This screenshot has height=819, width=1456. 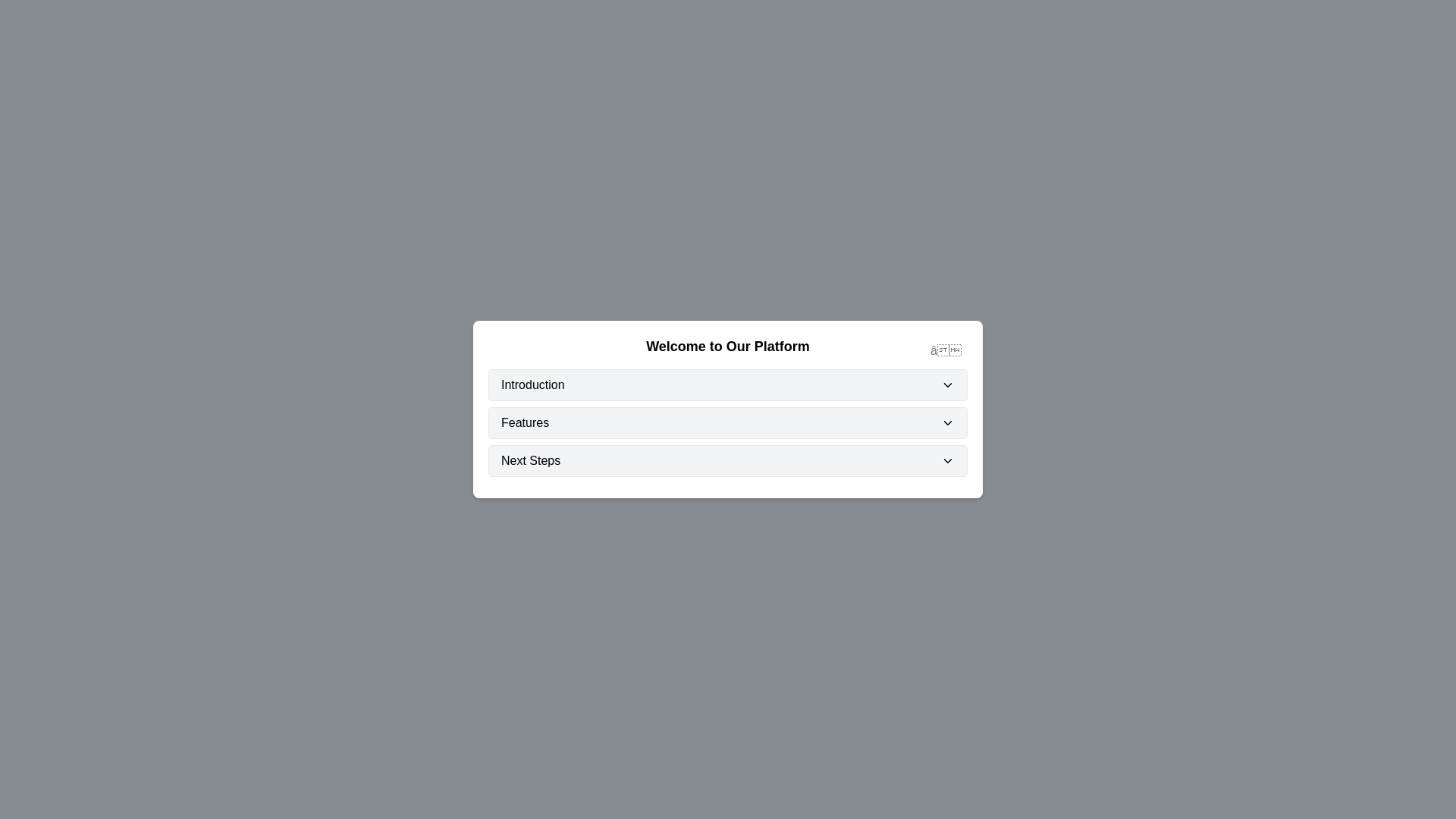 I want to click on the small downward-pointing chevron icon located to the far right of the 'Features' text in the second list item of the vertically stacked menu, so click(x=946, y=423).